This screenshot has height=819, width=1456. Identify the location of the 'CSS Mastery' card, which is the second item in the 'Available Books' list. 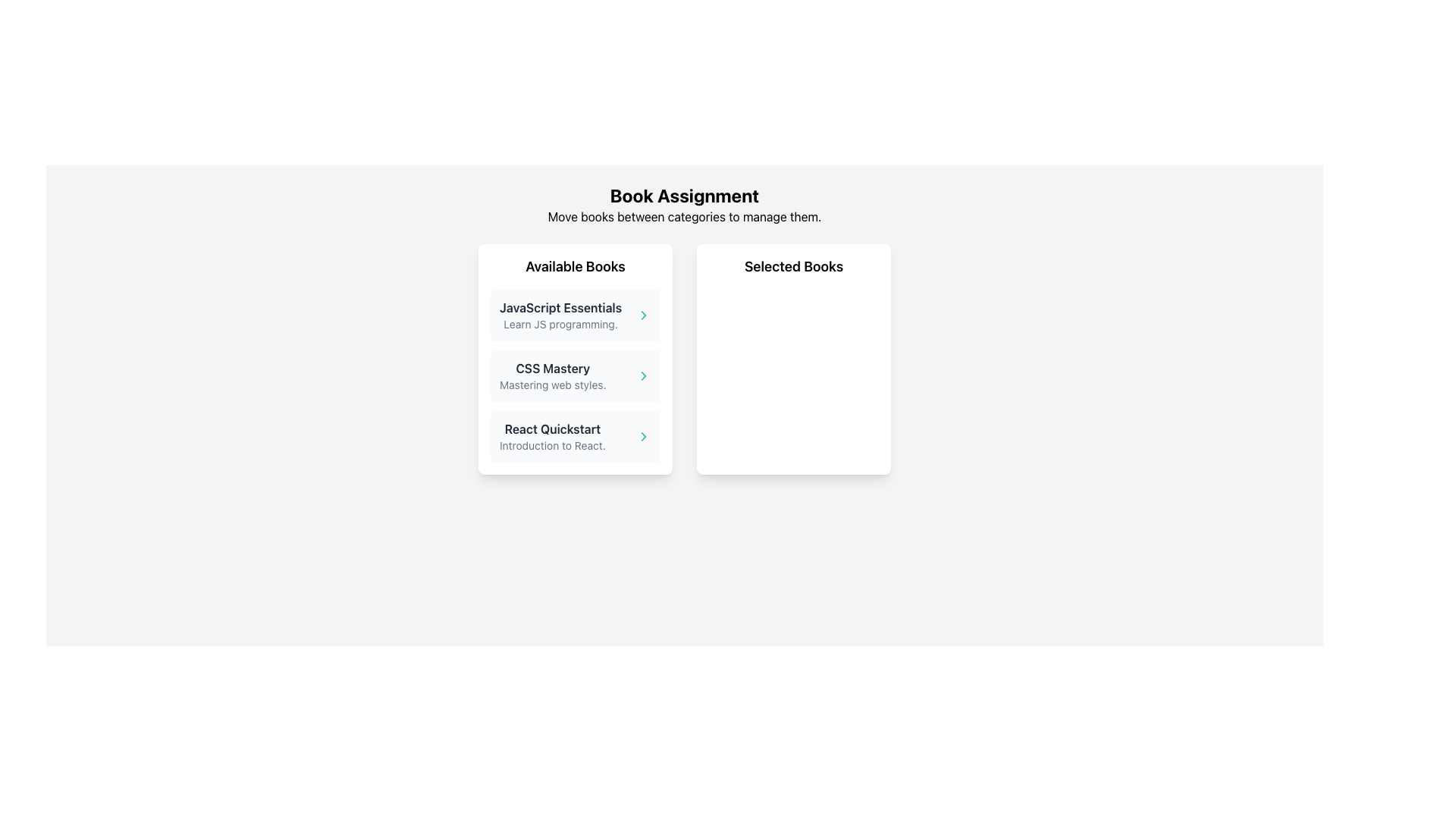
(574, 375).